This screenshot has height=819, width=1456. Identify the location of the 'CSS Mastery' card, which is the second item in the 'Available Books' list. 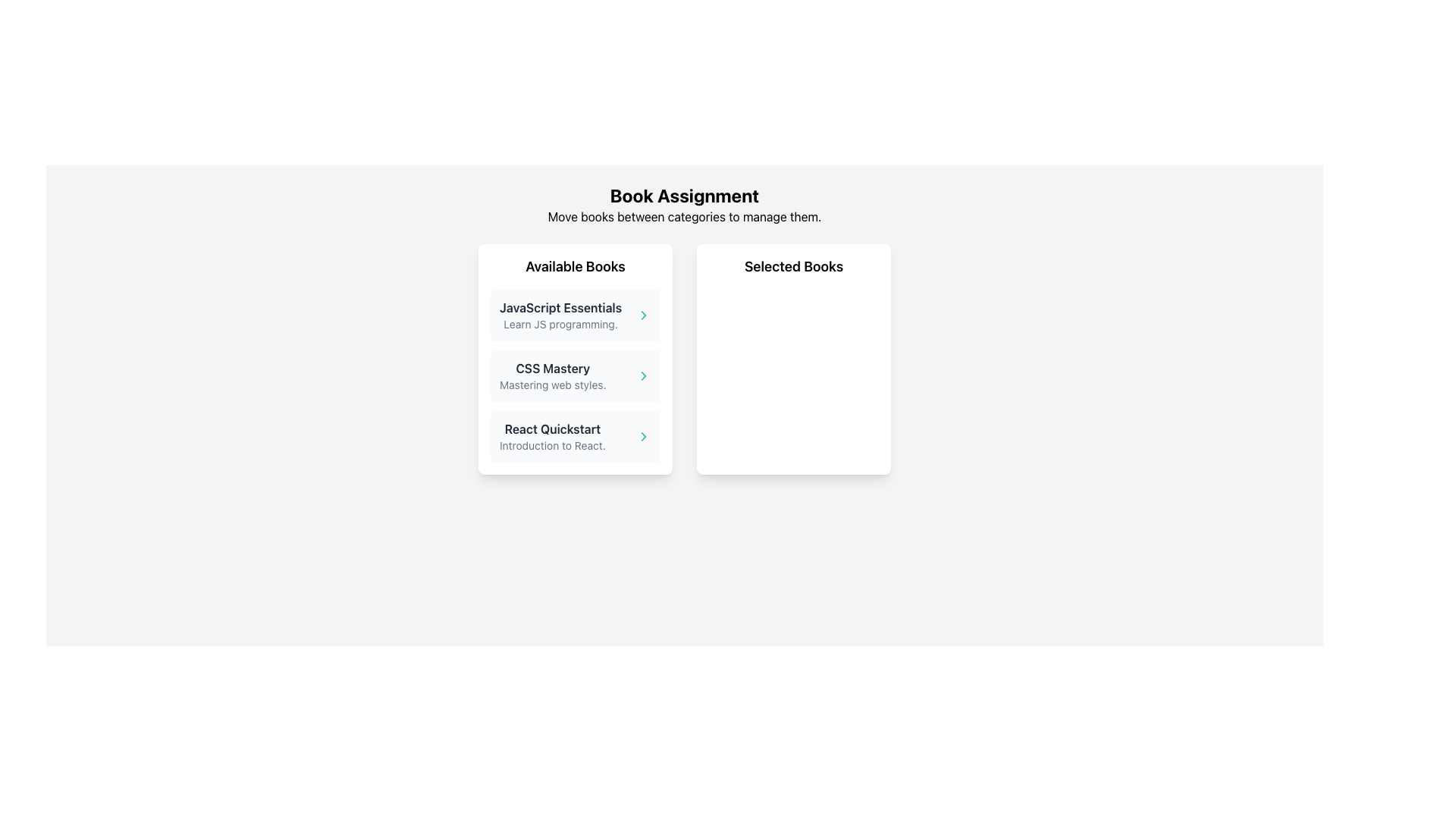
(574, 375).